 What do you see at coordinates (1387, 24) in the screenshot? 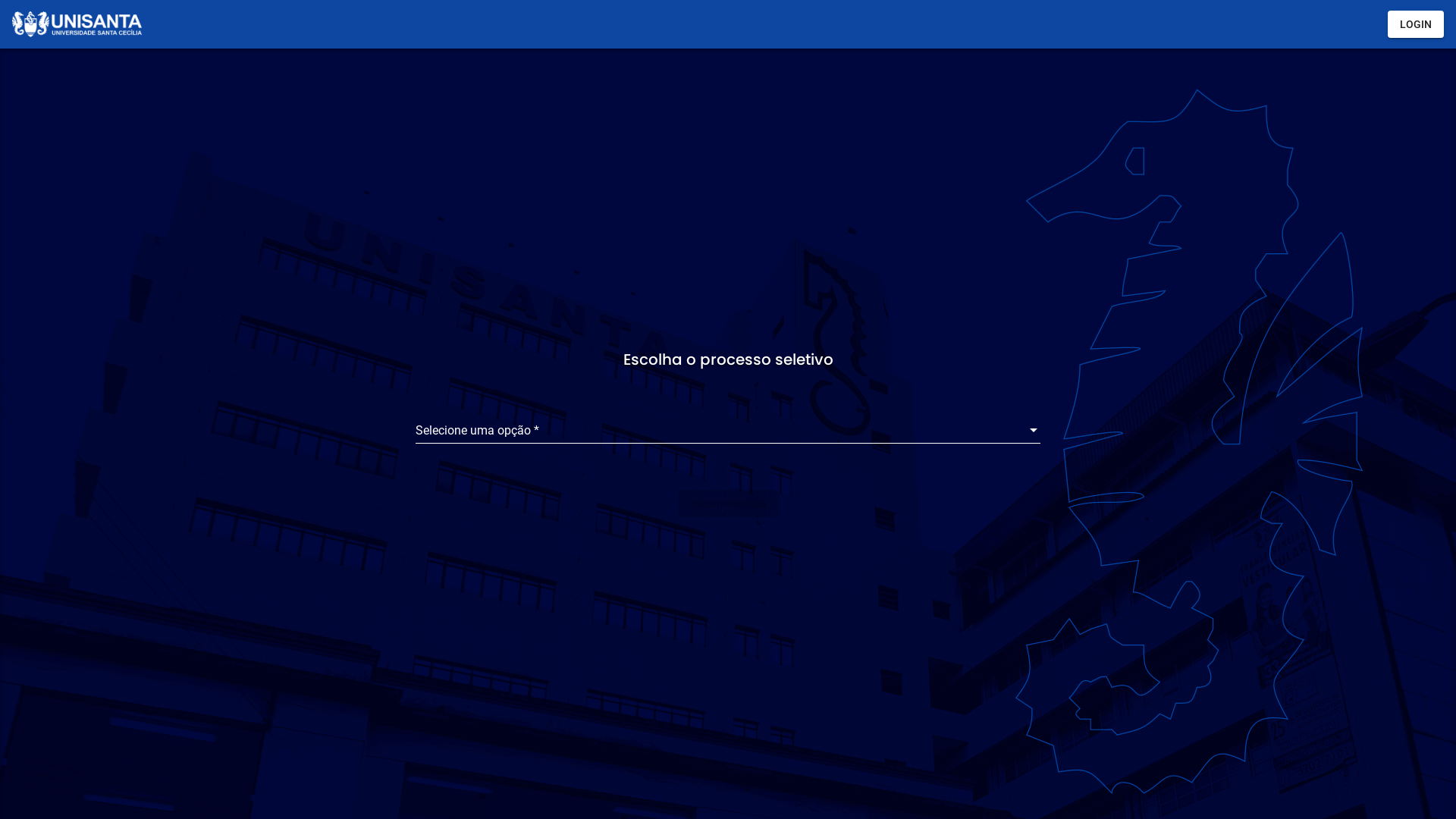
I see `'LOGIN'` at bounding box center [1387, 24].